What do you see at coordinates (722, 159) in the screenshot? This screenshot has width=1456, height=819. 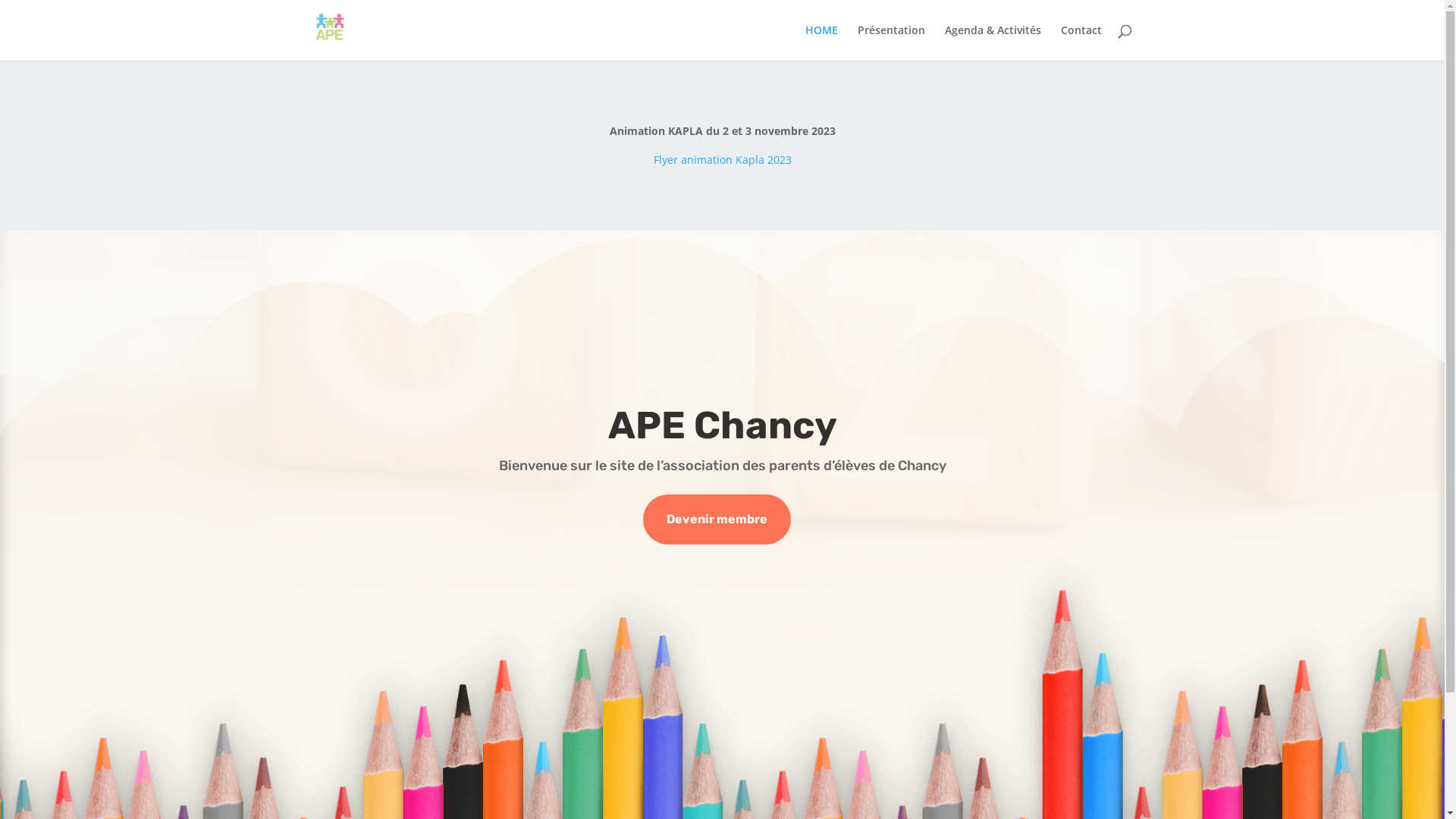 I see `'Flyer animation Kapla 2023'` at bounding box center [722, 159].